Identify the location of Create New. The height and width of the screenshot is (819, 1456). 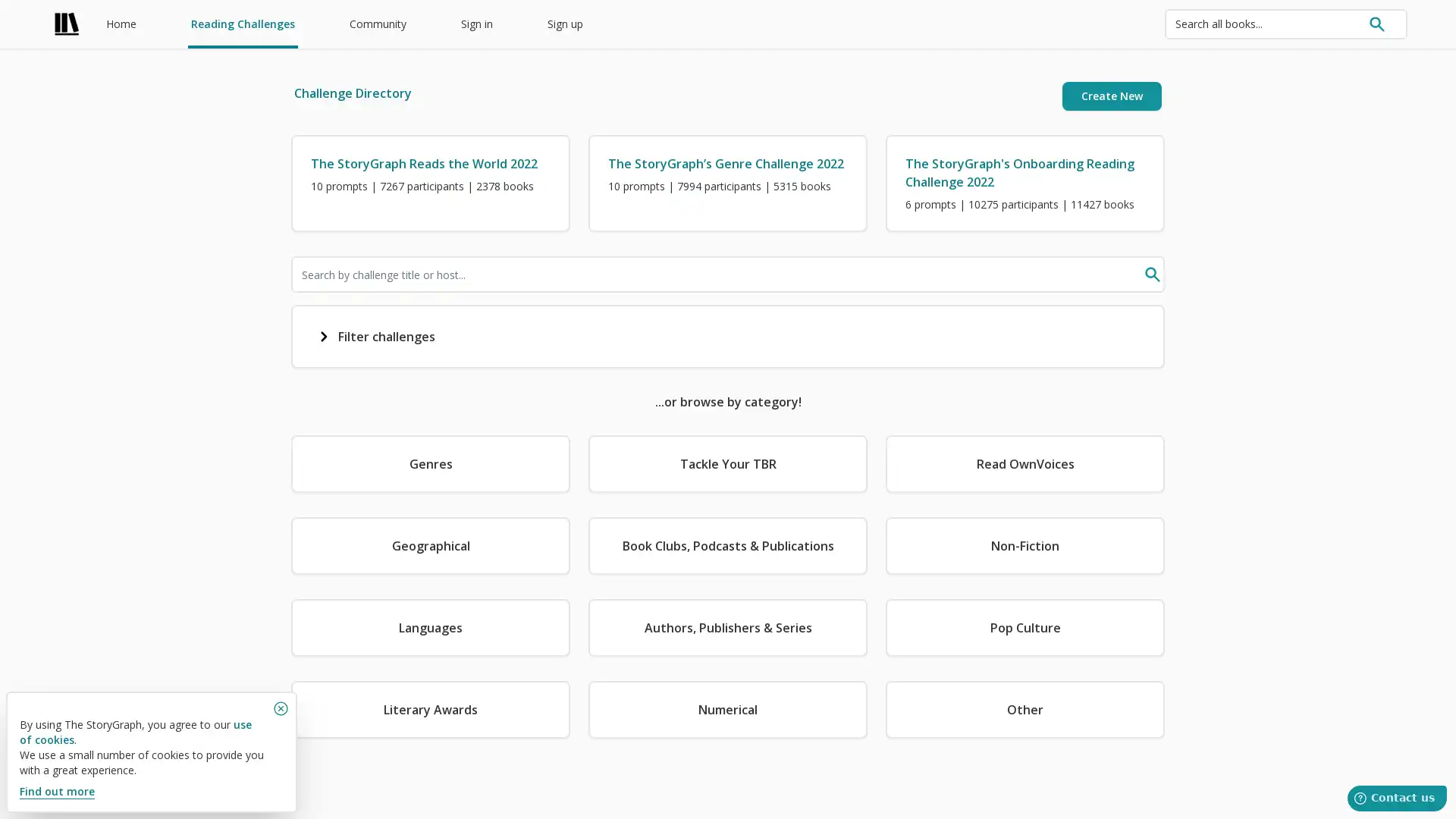
(1112, 96).